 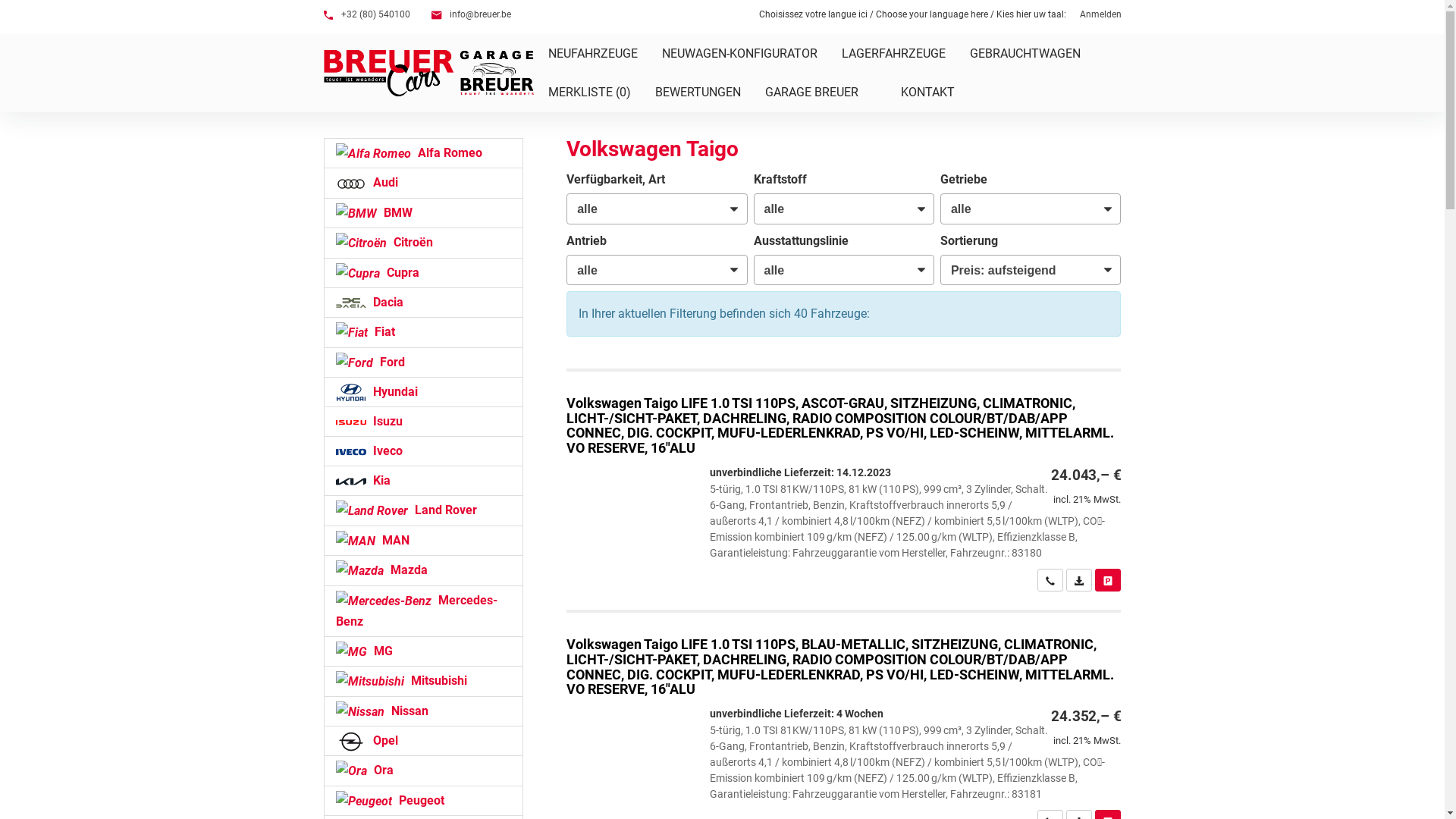 What do you see at coordinates (1100, 14) in the screenshot?
I see `'Anmelden'` at bounding box center [1100, 14].